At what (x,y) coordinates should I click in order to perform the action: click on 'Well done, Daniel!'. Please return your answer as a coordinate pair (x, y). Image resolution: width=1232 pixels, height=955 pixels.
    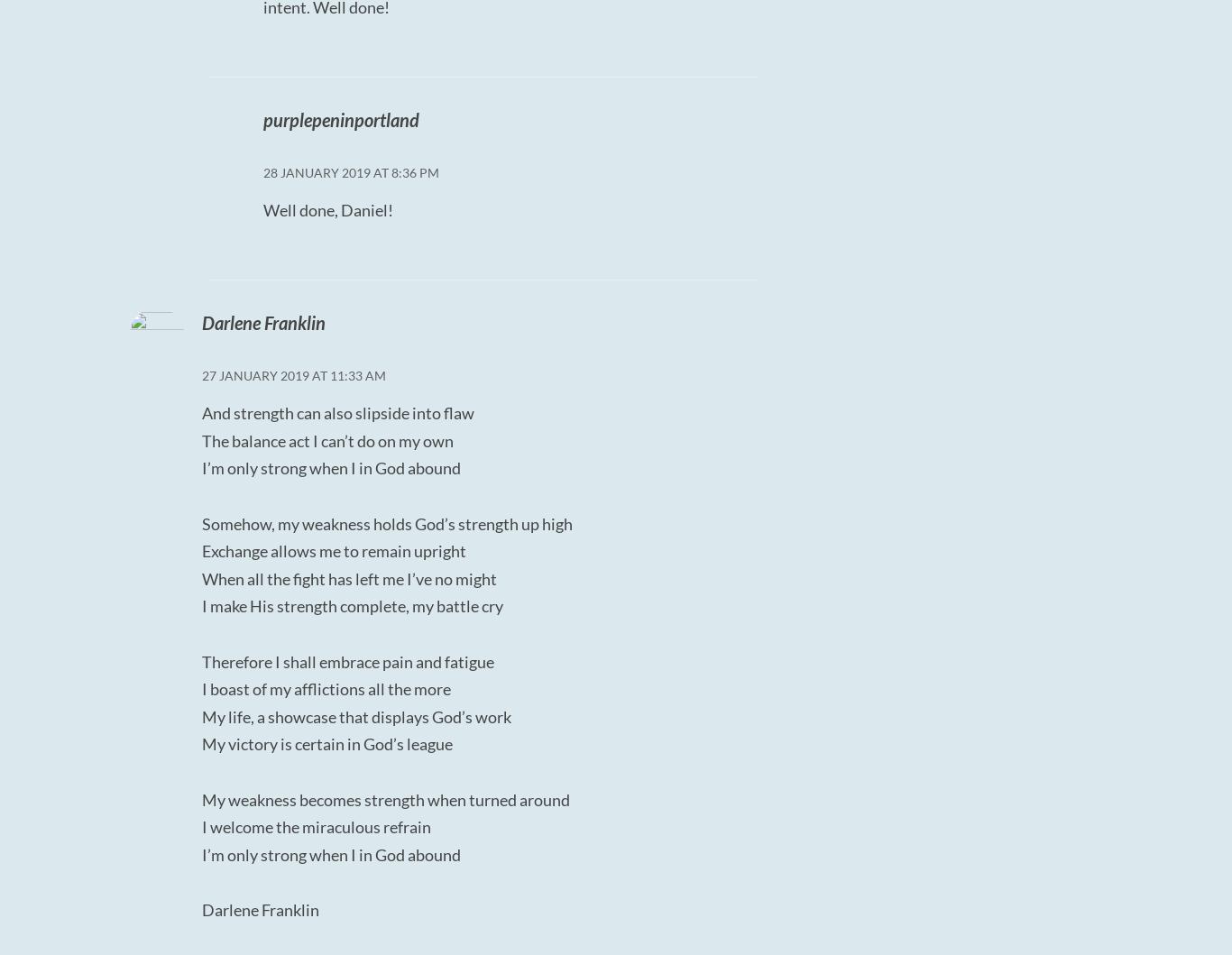
    Looking at the image, I should click on (326, 209).